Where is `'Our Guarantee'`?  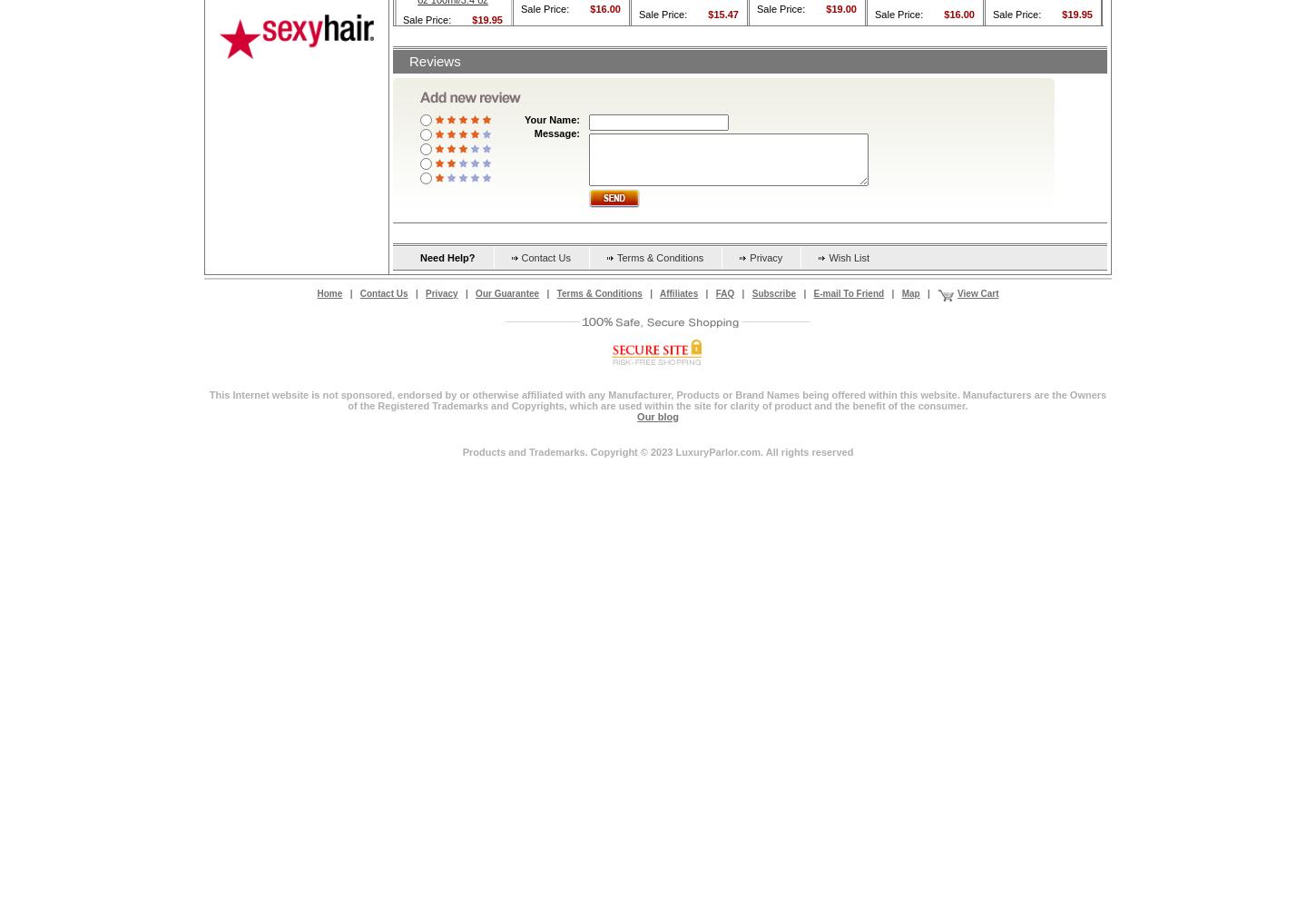 'Our Guarantee' is located at coordinates (506, 291).